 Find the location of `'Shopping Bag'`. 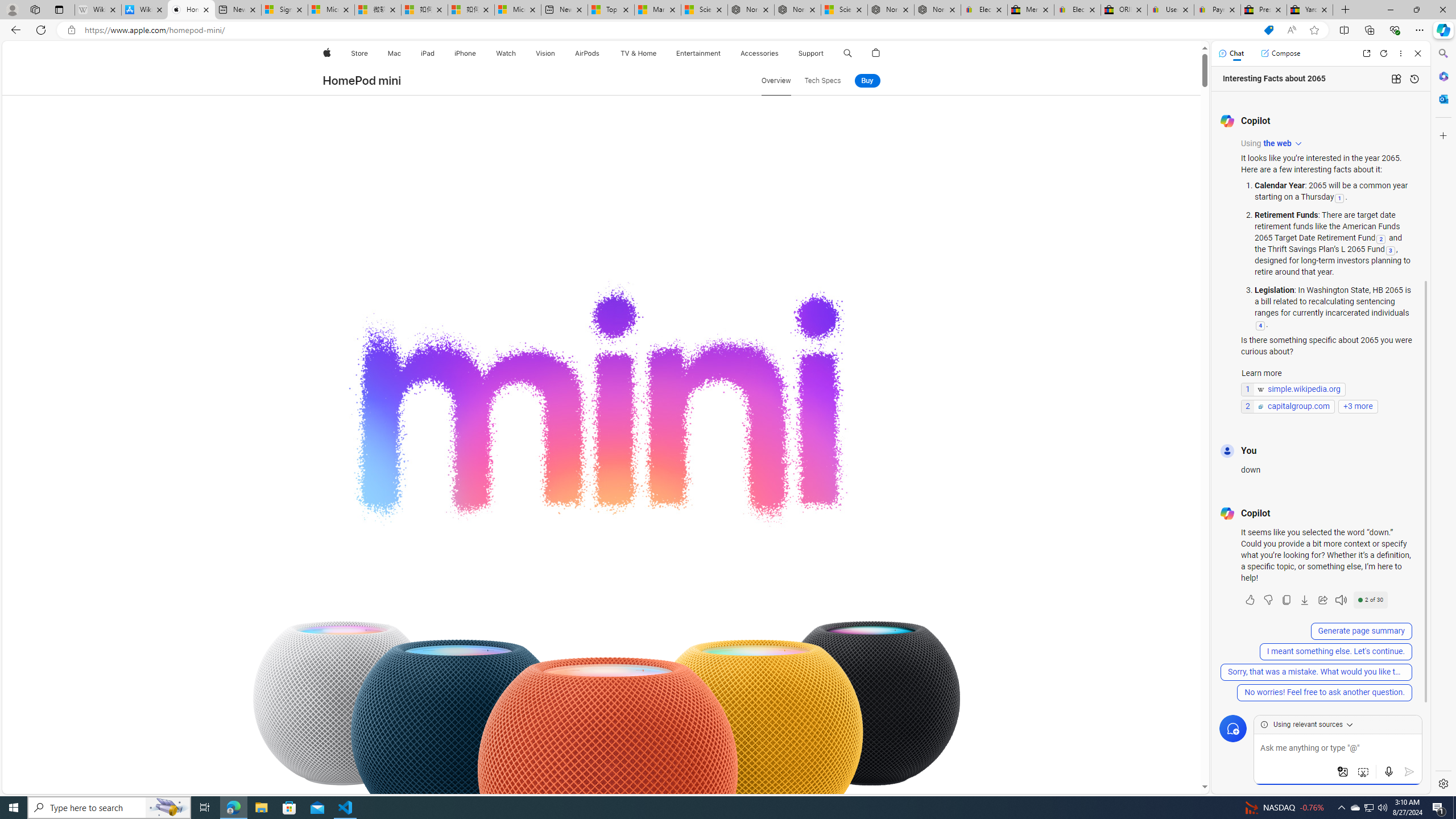

'Shopping Bag' is located at coordinates (876, 53).